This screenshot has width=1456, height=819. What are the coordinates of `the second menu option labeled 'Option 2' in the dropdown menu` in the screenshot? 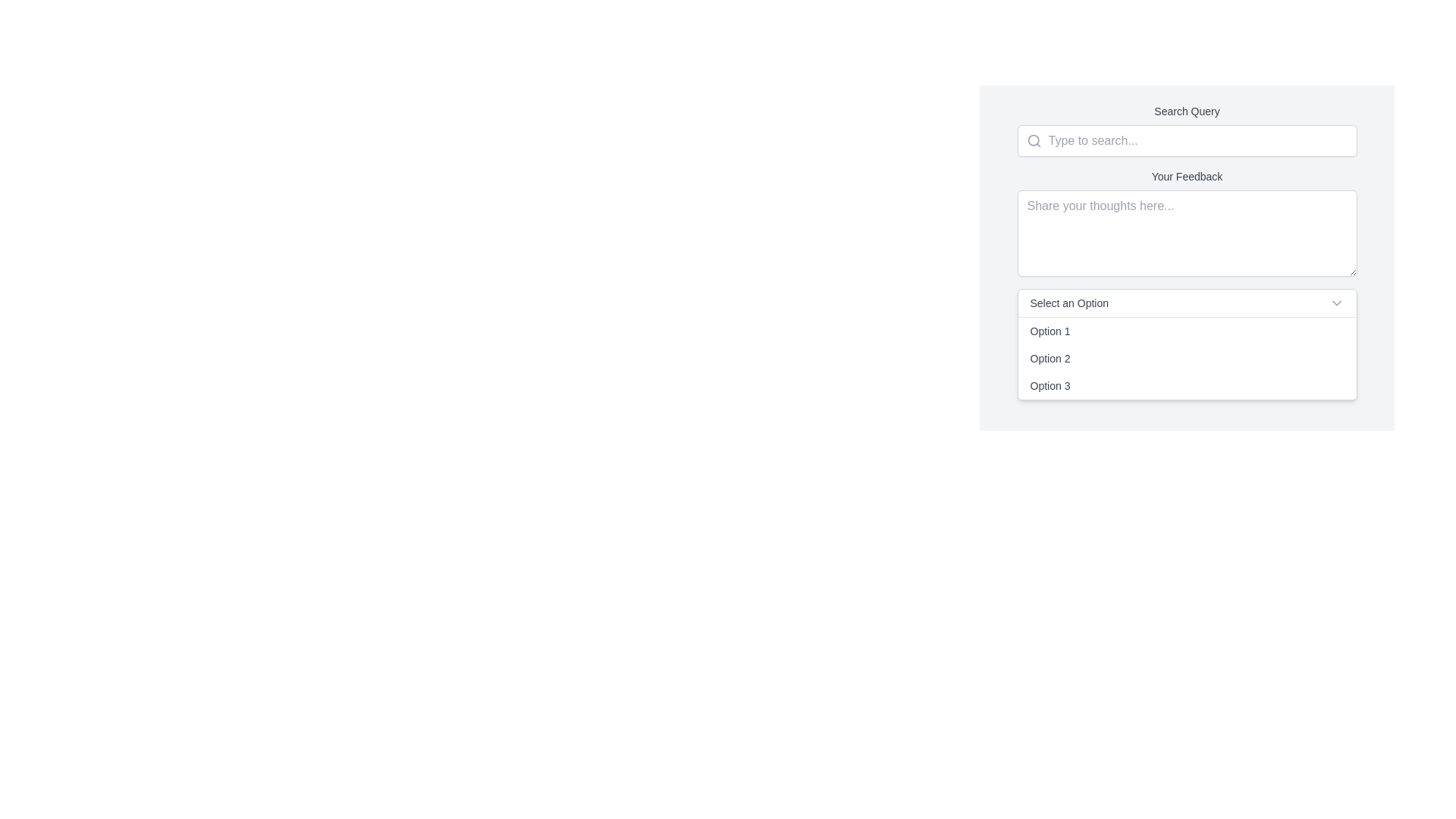 It's located at (1186, 359).